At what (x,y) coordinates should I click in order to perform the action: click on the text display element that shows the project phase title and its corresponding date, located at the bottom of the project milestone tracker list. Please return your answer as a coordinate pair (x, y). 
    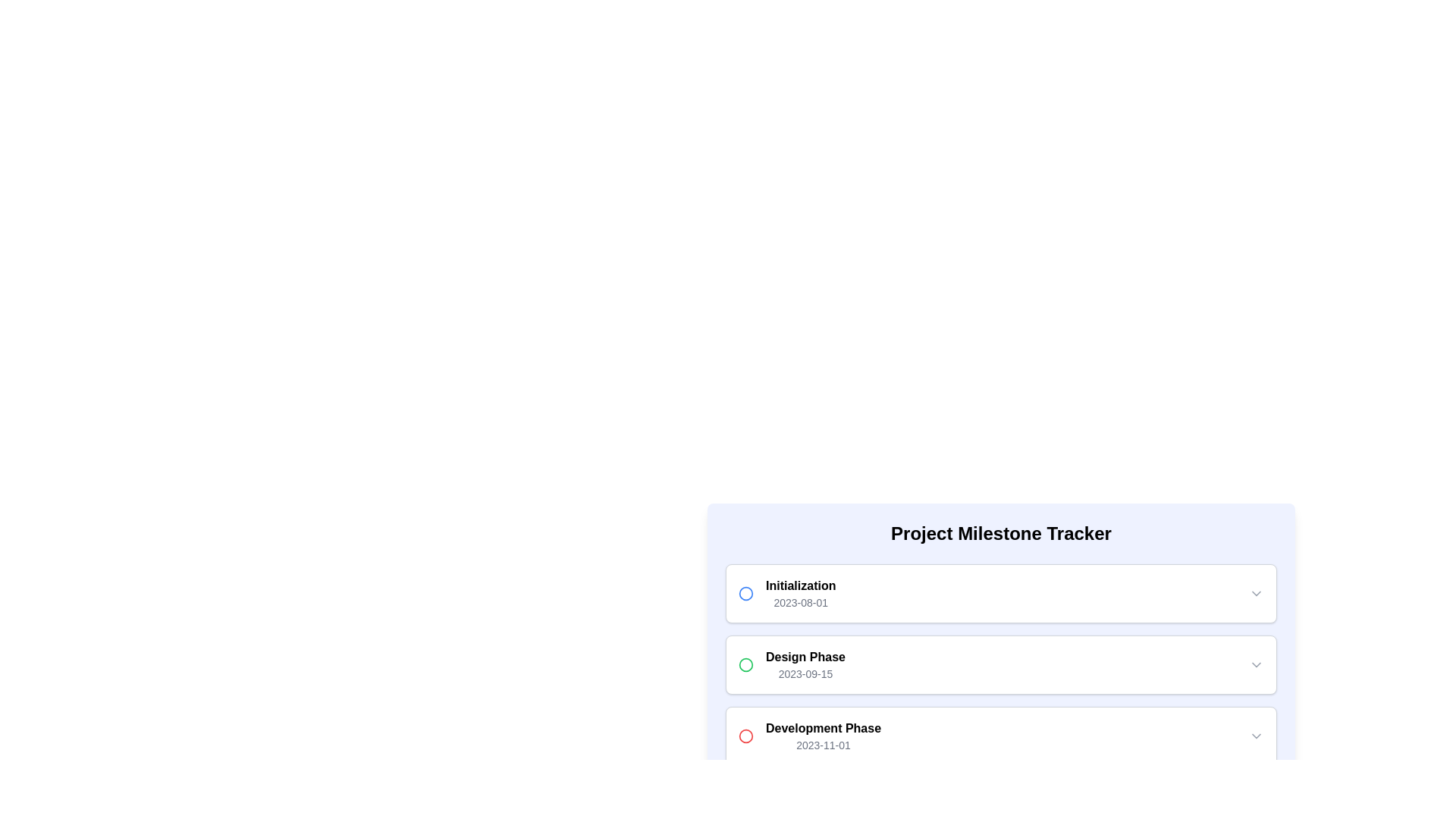
    Looking at the image, I should click on (822, 736).